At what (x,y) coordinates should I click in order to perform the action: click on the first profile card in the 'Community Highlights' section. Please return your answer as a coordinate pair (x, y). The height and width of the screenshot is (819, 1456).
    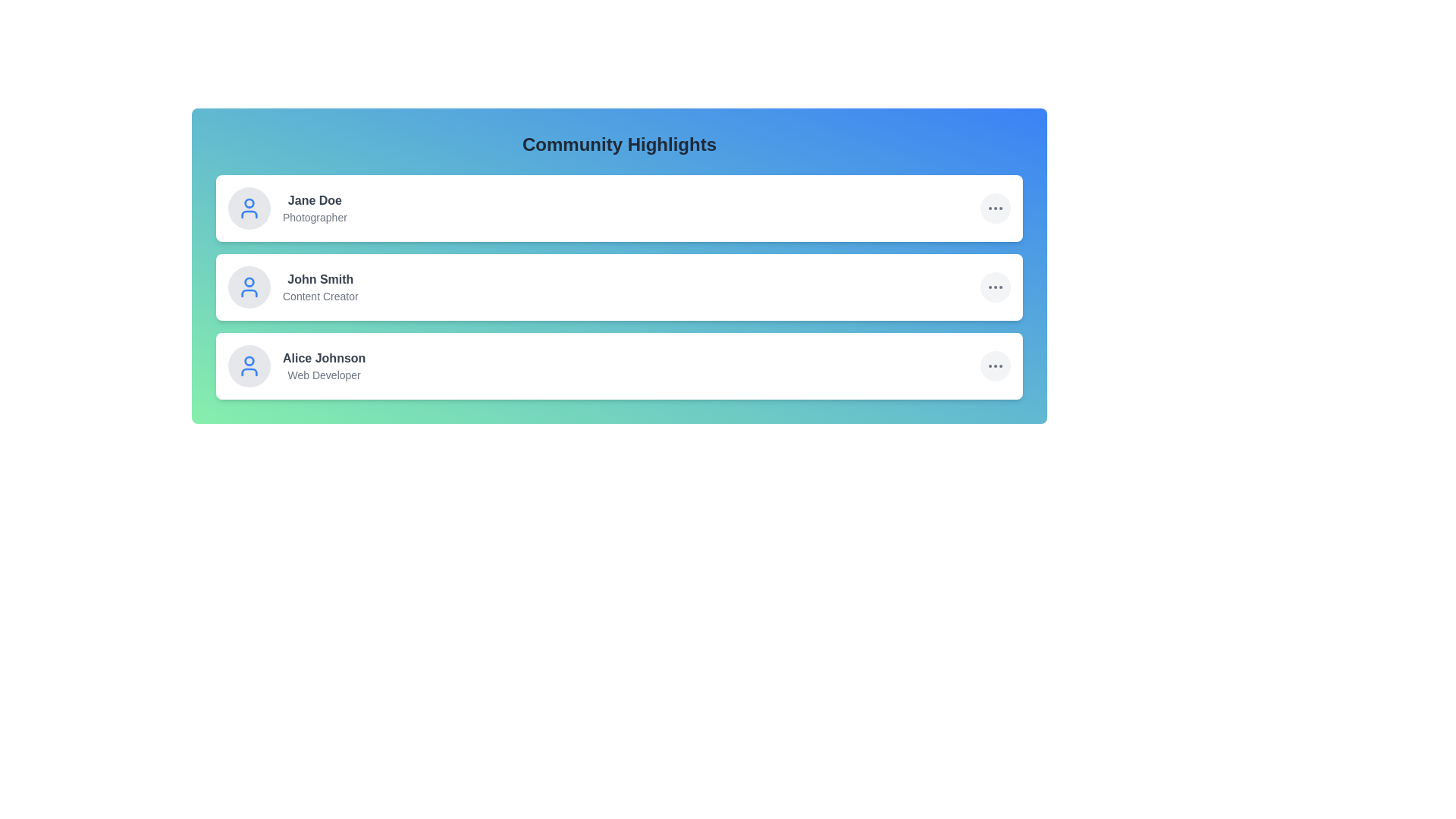
    Looking at the image, I should click on (287, 208).